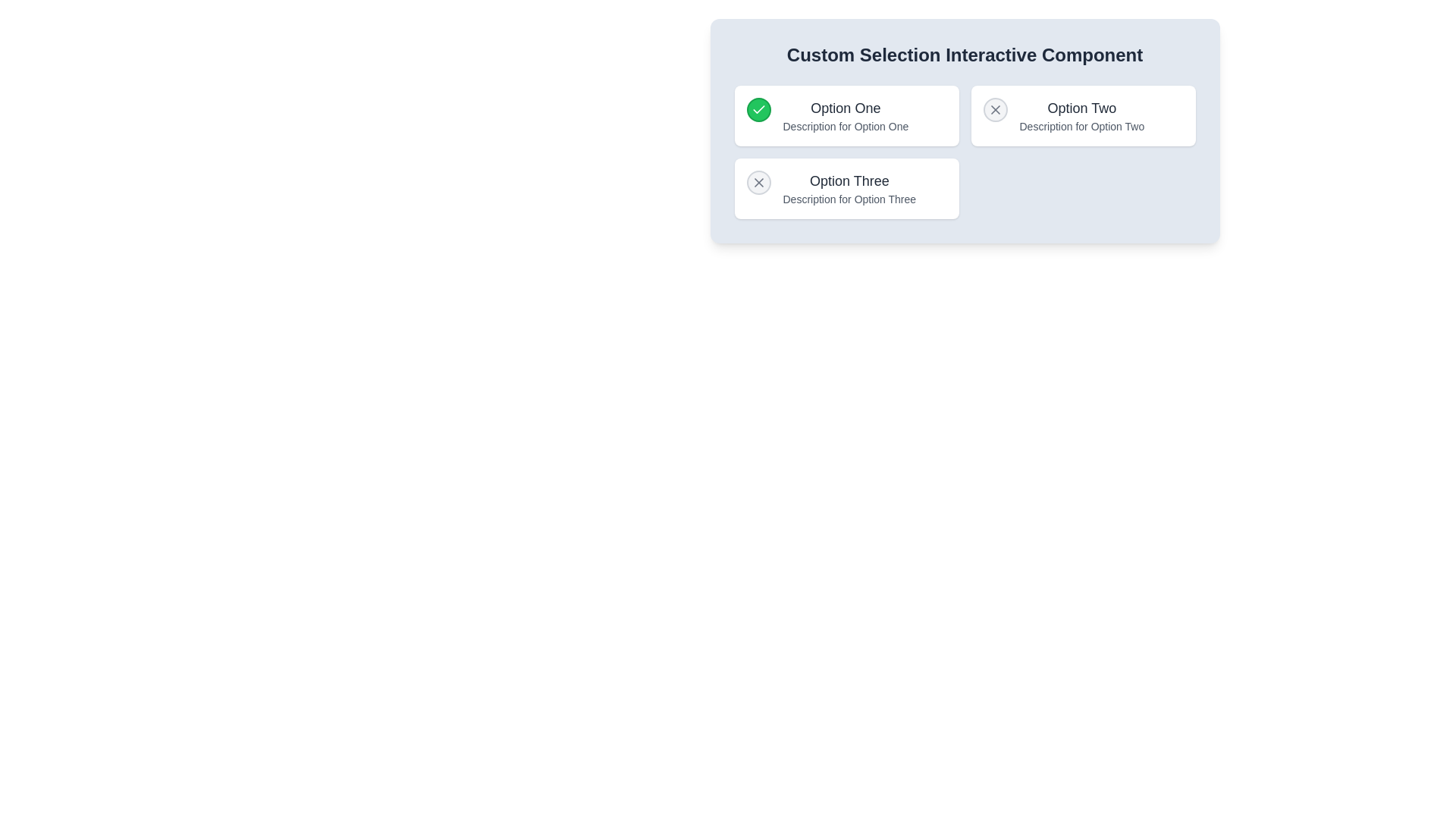  Describe the element at coordinates (758, 109) in the screenshot. I see `the SVG icon indicating the selected state for 'Option One'` at that location.